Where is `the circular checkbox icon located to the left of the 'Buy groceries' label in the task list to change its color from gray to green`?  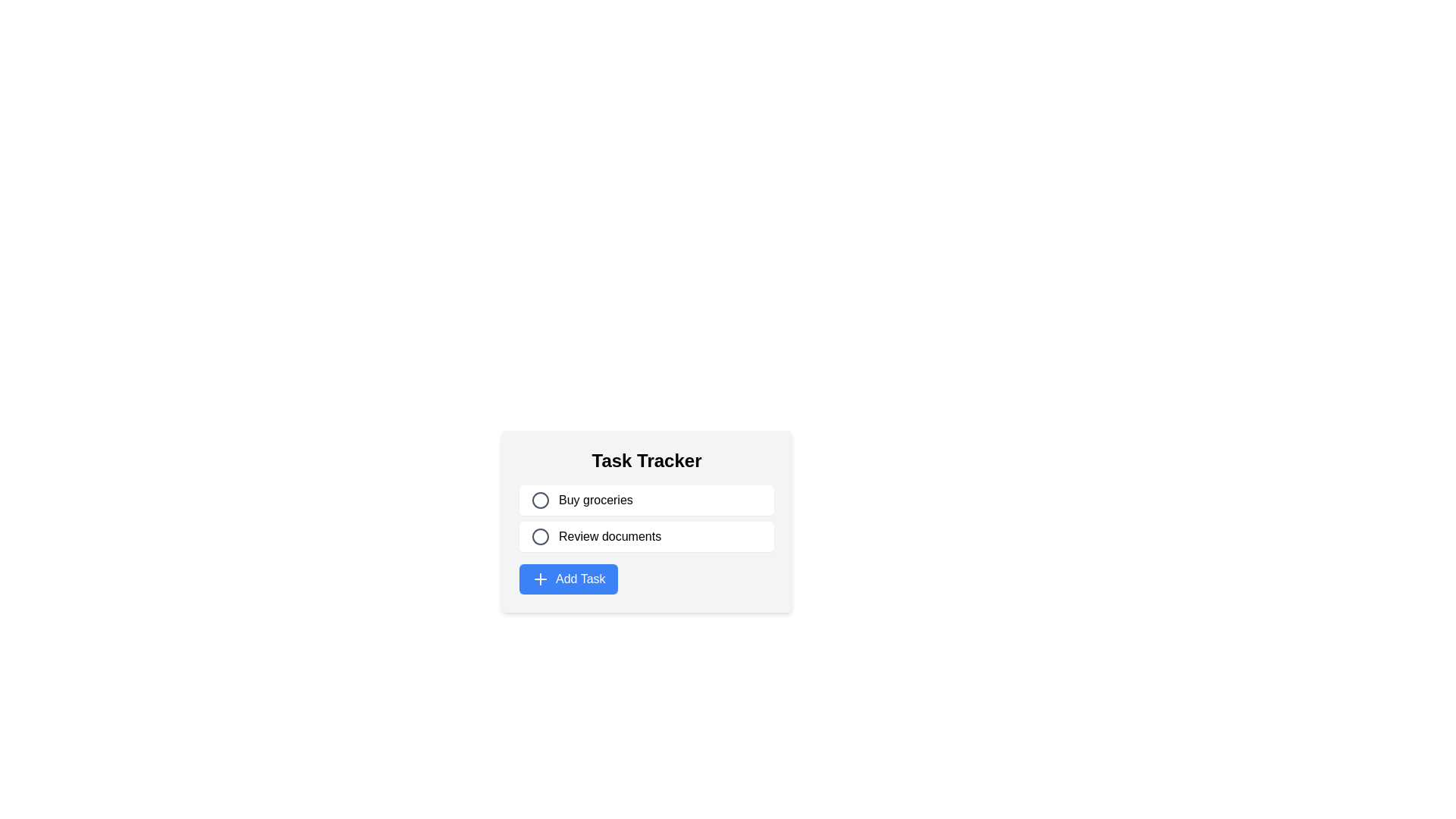 the circular checkbox icon located to the left of the 'Buy groceries' label in the task list to change its color from gray to green is located at coordinates (541, 500).